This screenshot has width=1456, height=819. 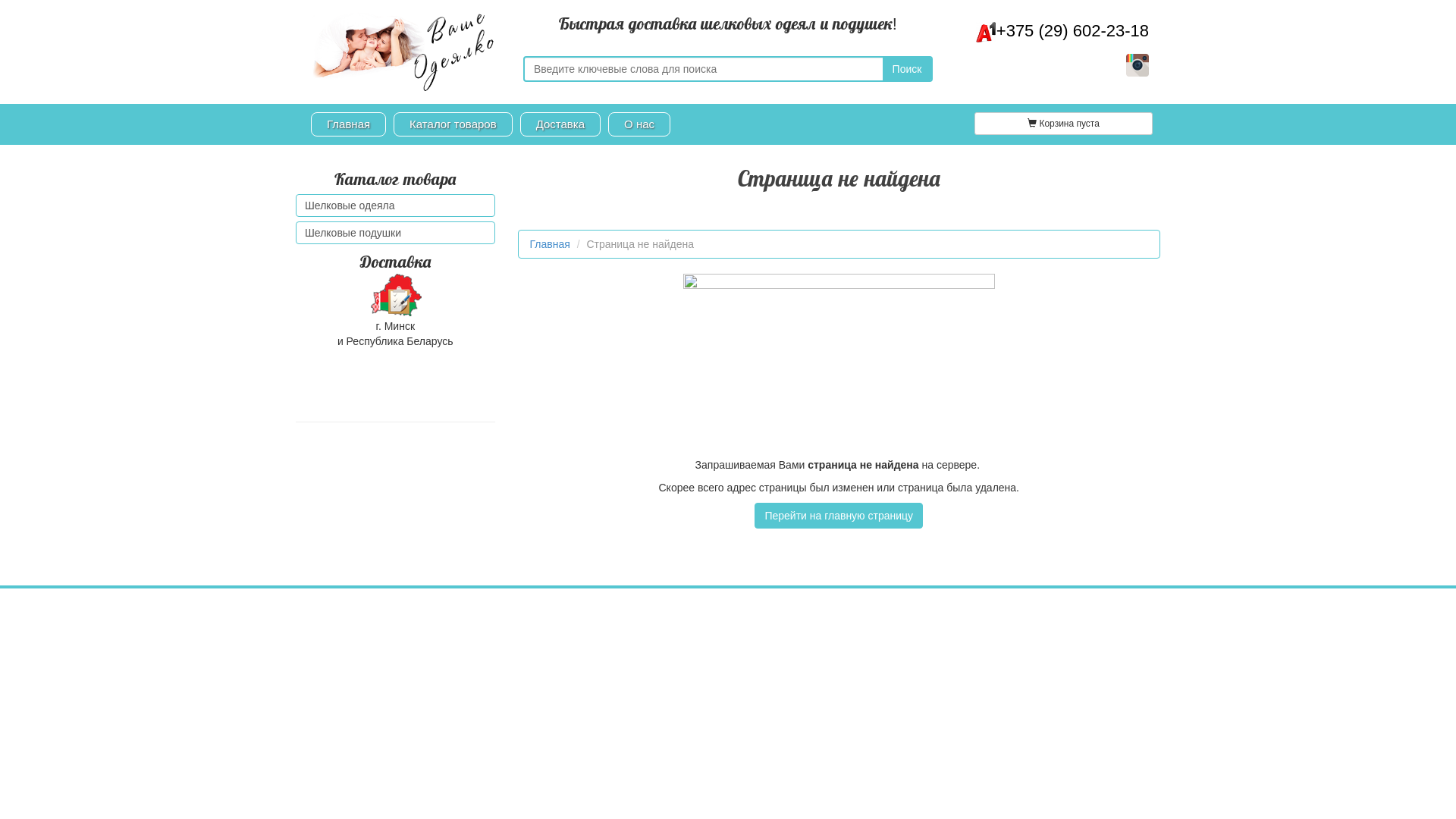 I want to click on '+375 (29) 602-23-18', so click(x=1062, y=30).